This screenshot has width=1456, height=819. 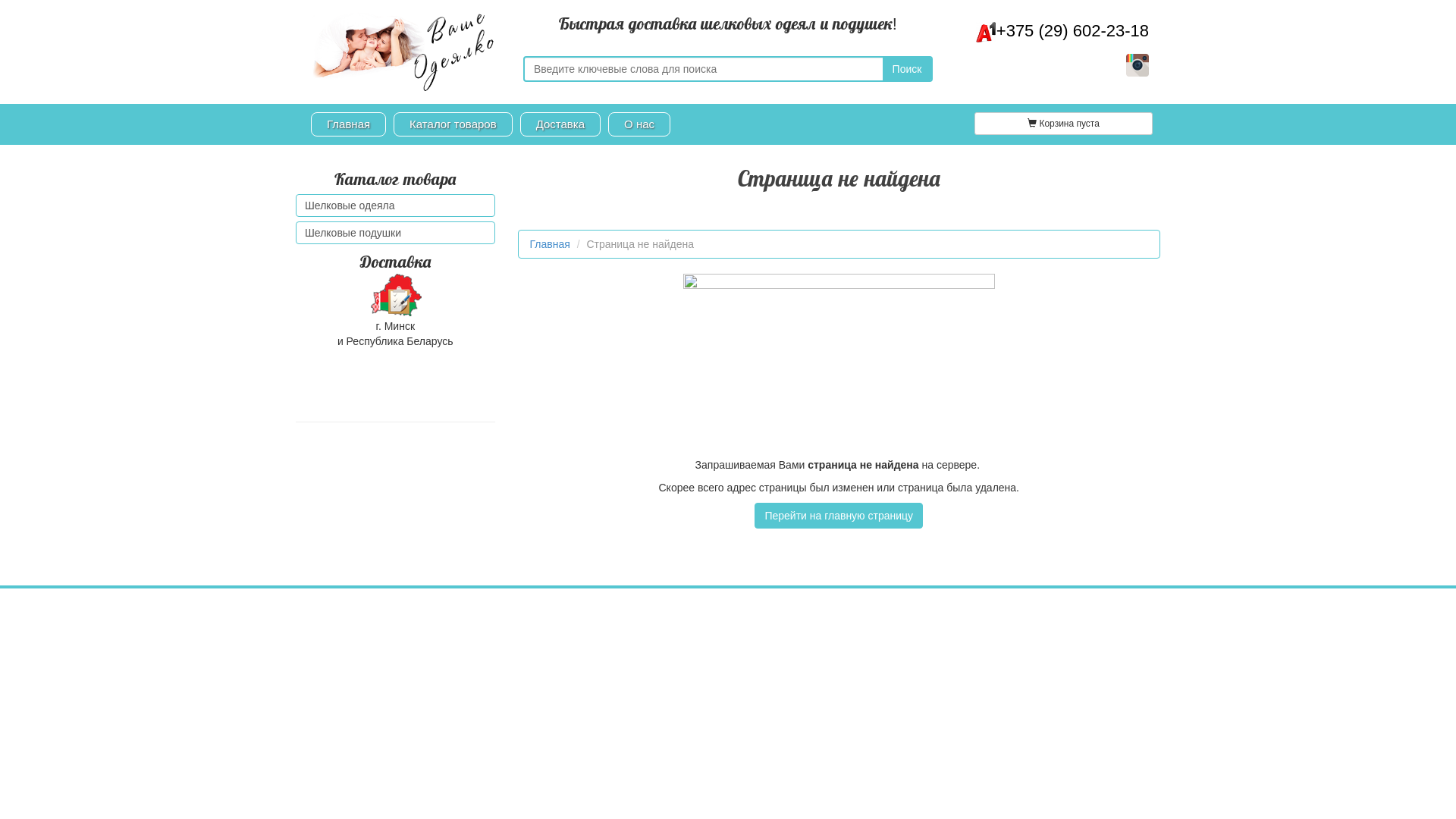 I want to click on '+375 (29) 602-23-18', so click(x=1062, y=30).